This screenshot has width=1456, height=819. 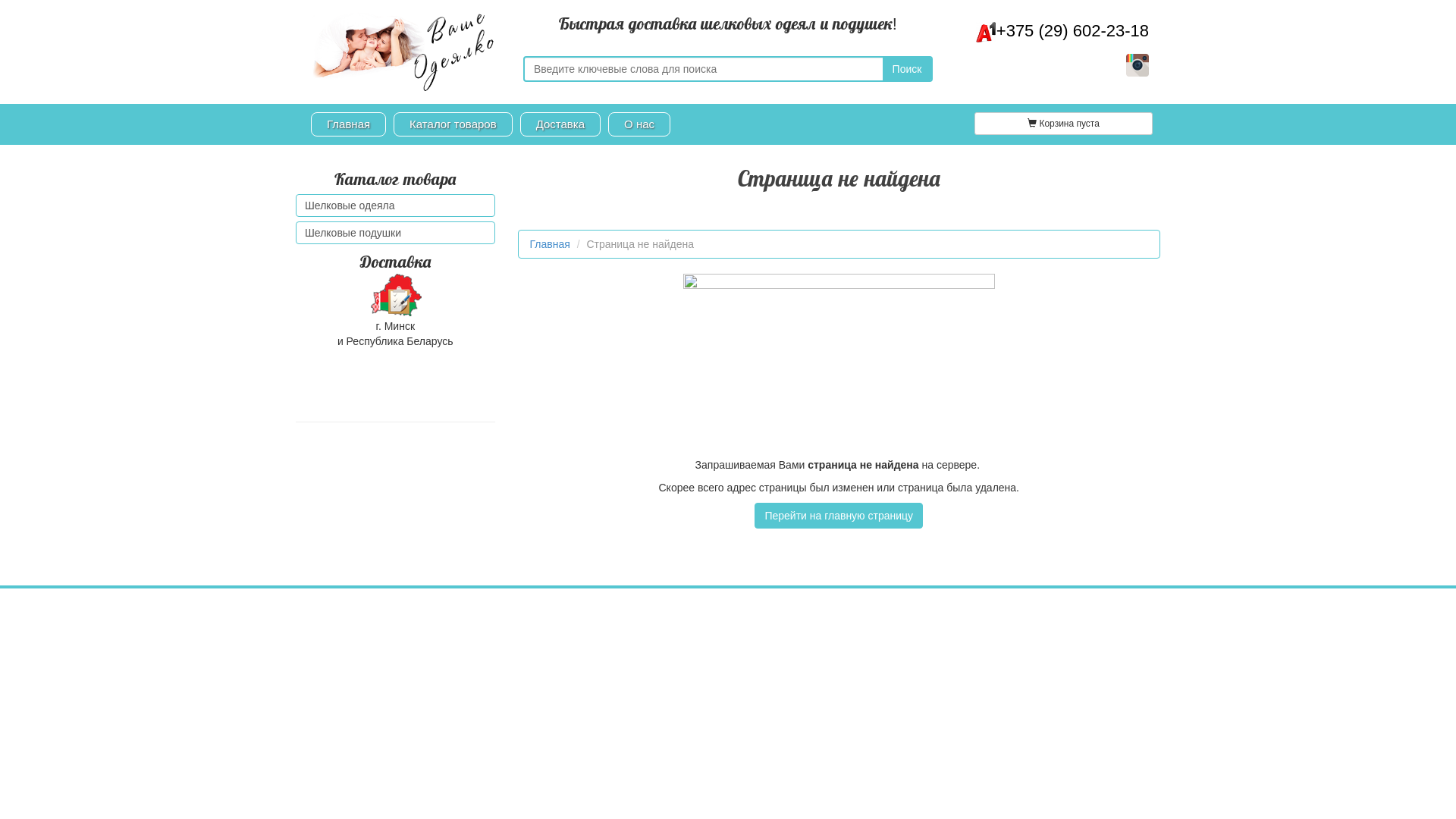 I want to click on '+375 (29) 602-23-18', so click(x=1062, y=30).